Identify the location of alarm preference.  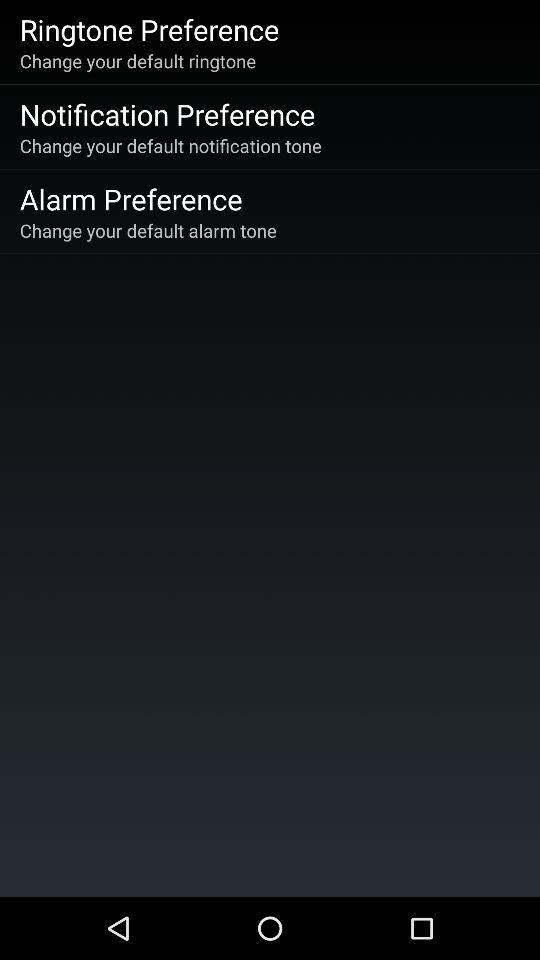
(131, 198).